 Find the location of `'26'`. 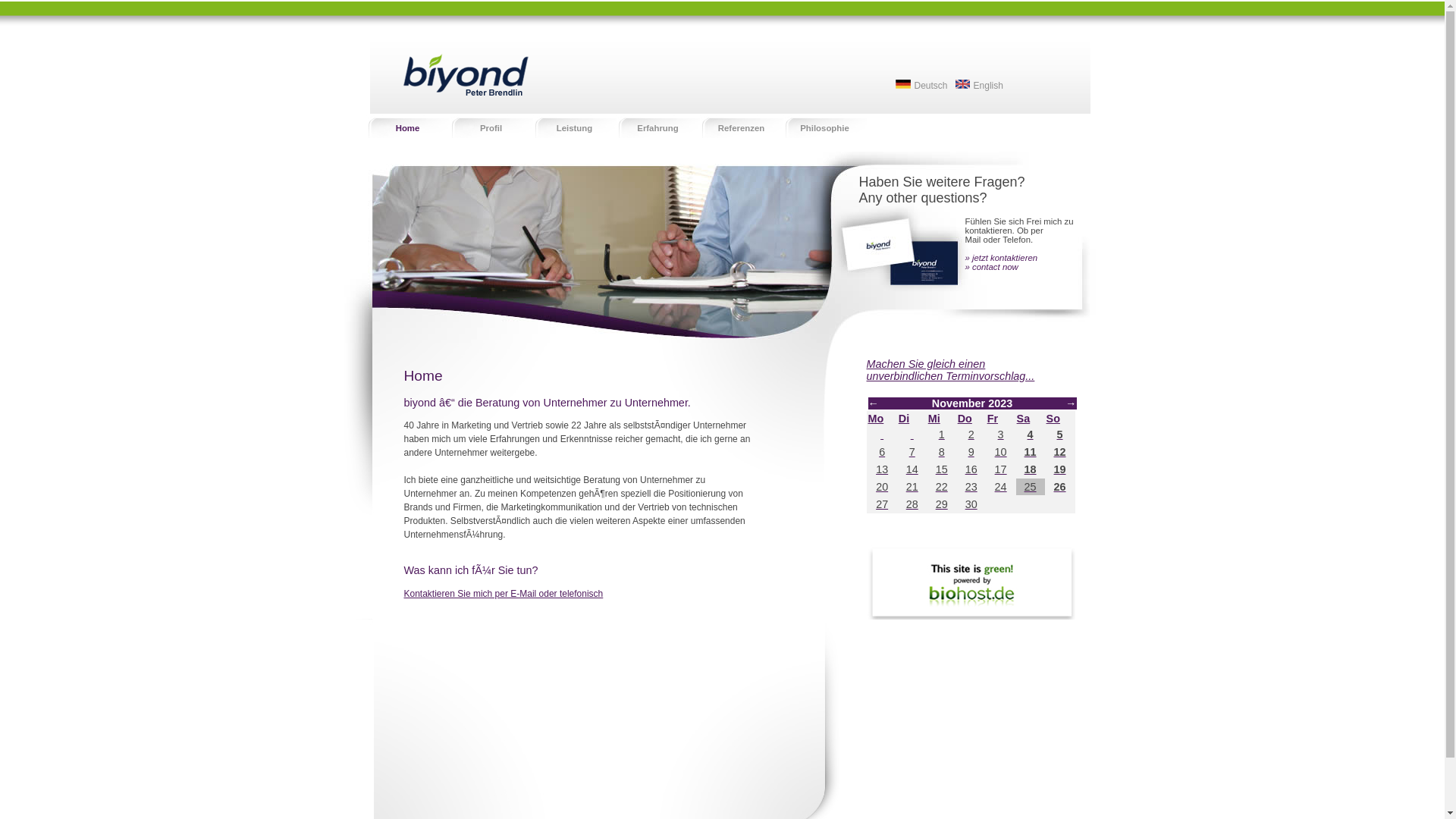

'26' is located at coordinates (1059, 486).